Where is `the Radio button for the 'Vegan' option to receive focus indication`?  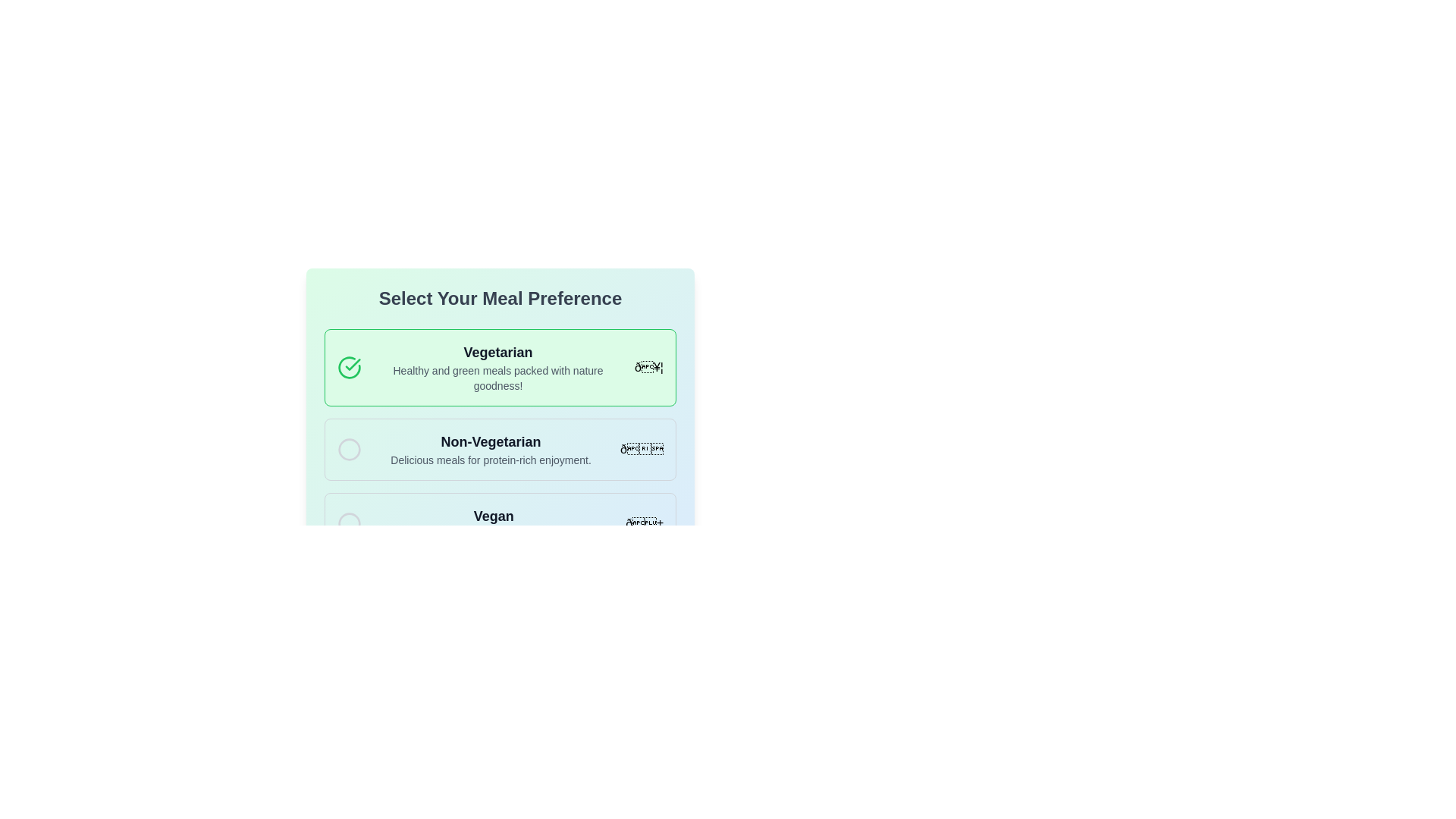
the Radio button for the 'Vegan' option to receive focus indication is located at coordinates (348, 522).